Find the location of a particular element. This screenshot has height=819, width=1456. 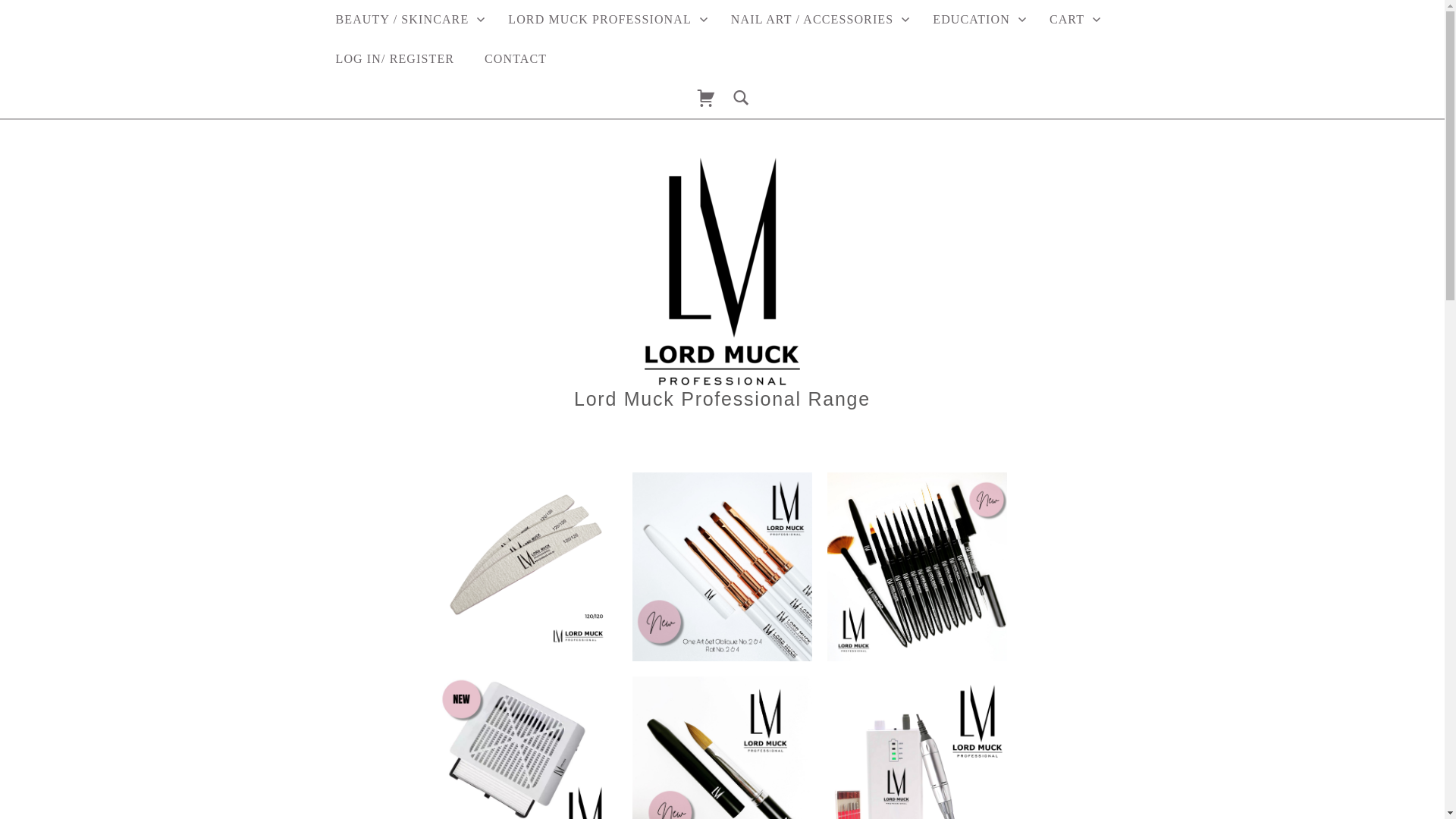

'CONTACT' is located at coordinates (516, 58).